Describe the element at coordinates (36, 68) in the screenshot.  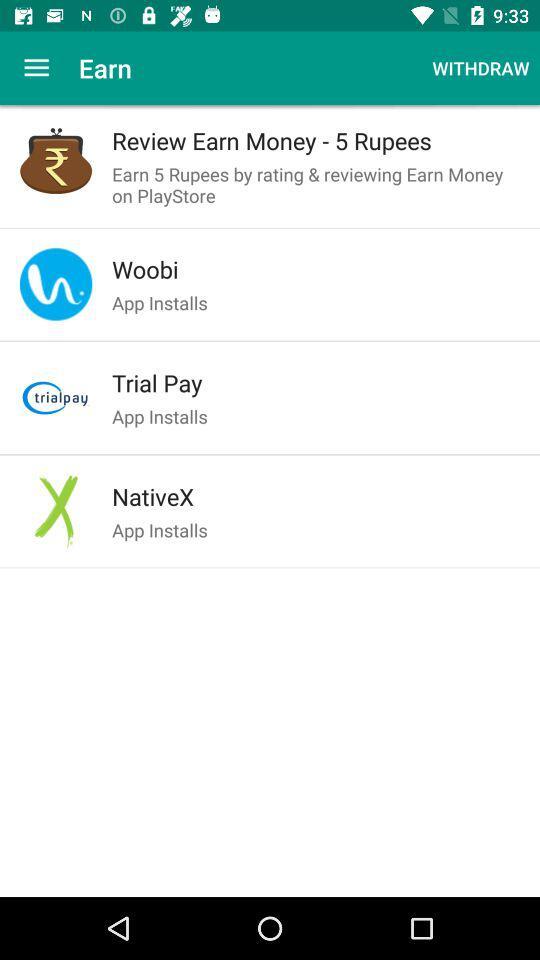
I see `the item next to the earn app` at that location.